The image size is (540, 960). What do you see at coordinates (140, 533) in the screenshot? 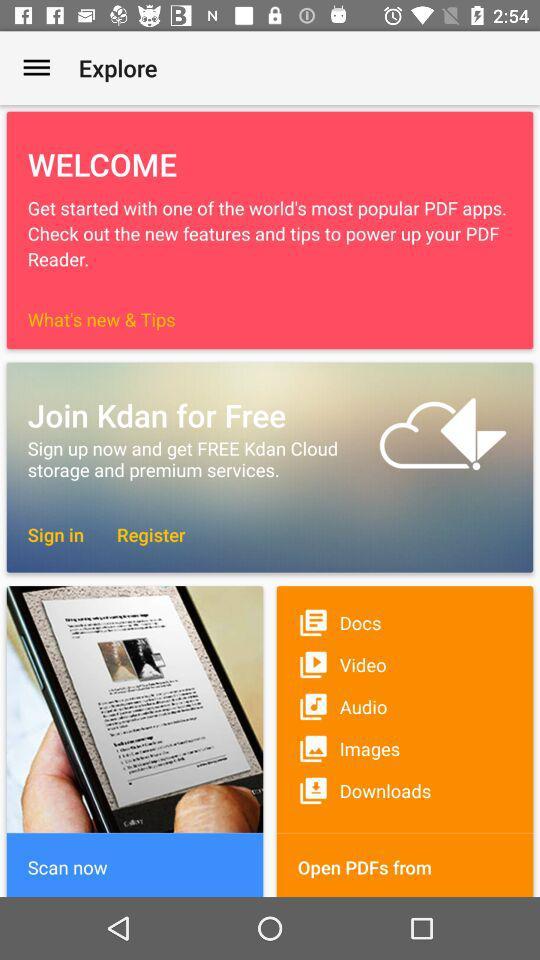
I see `the item to the right of the sign in item` at bounding box center [140, 533].